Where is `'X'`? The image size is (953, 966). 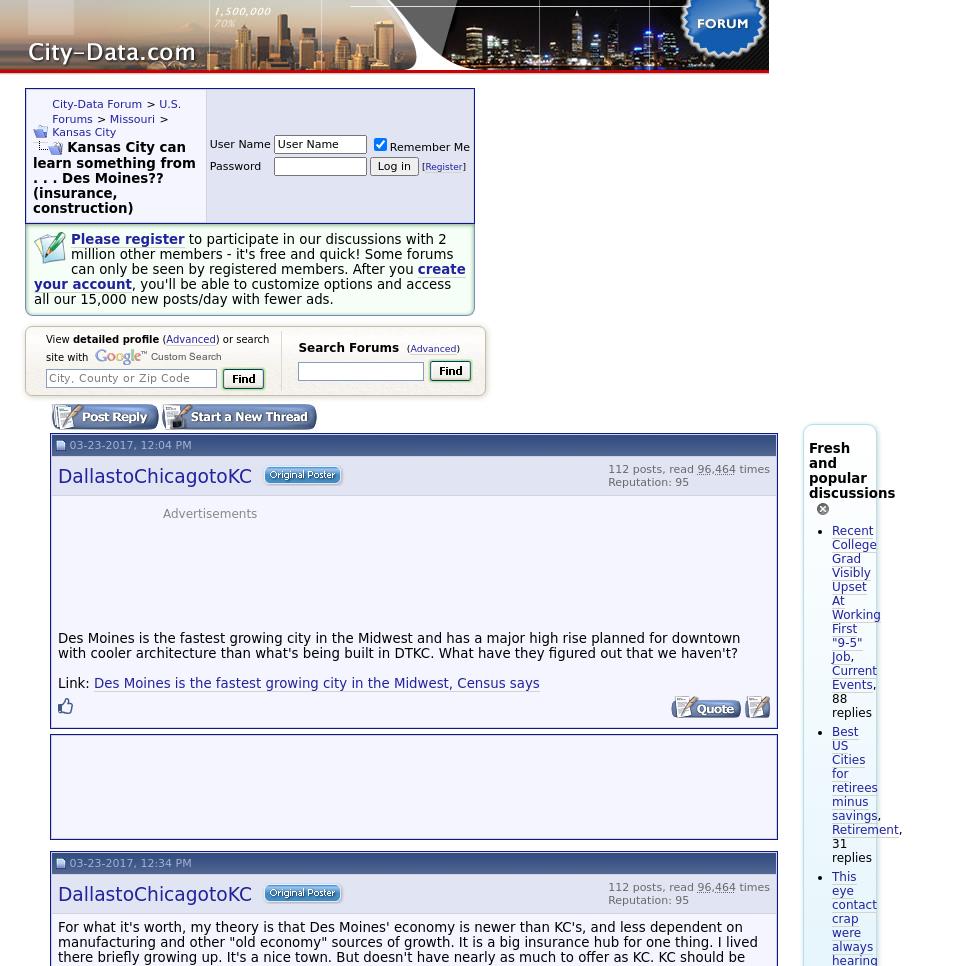
'X' is located at coordinates (370, 10).